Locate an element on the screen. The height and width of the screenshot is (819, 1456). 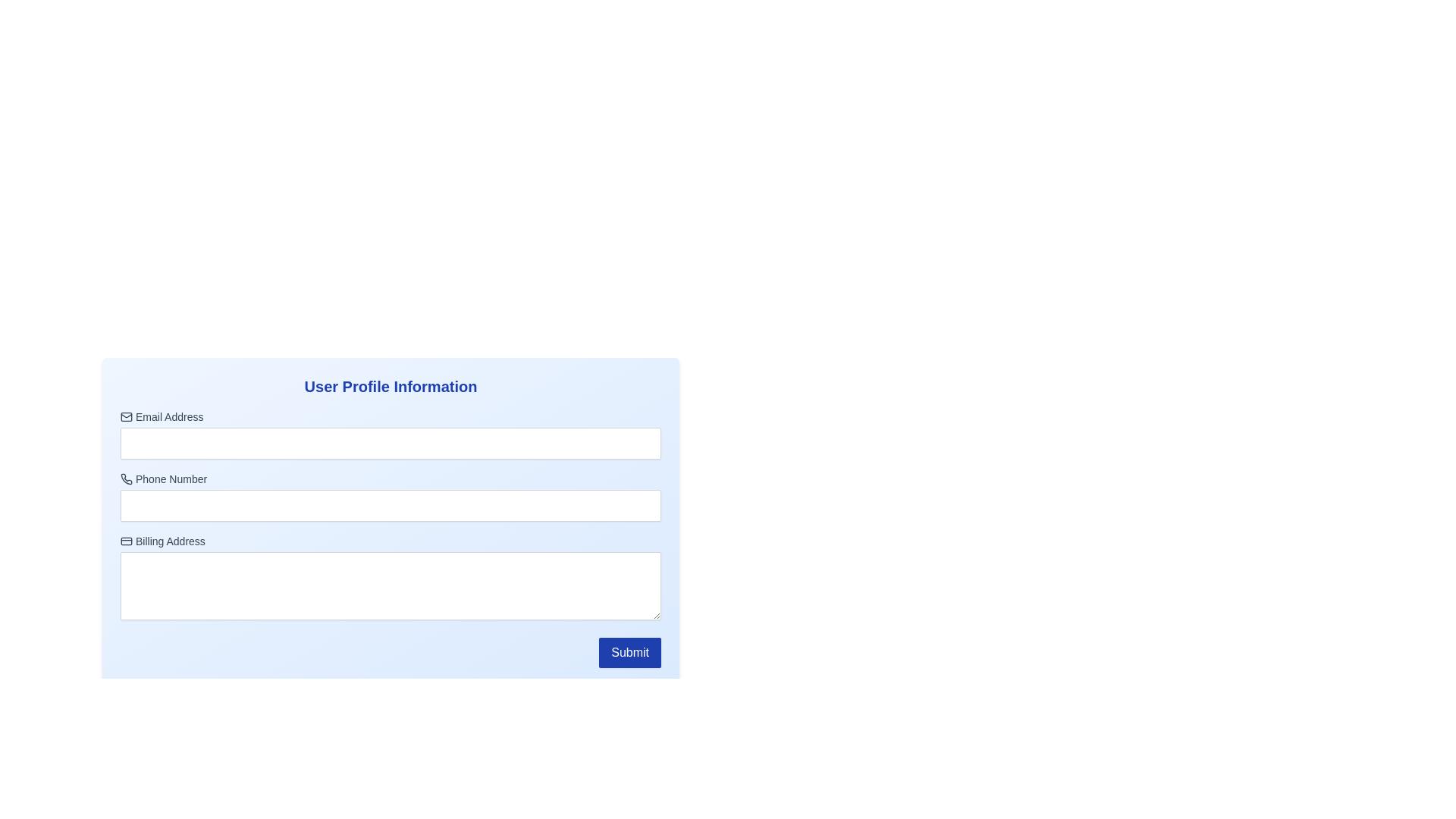
the text heading labeled 'User Profile Information', which is styled in blue and bold, located at the top of the section above the form fields is located at coordinates (391, 385).